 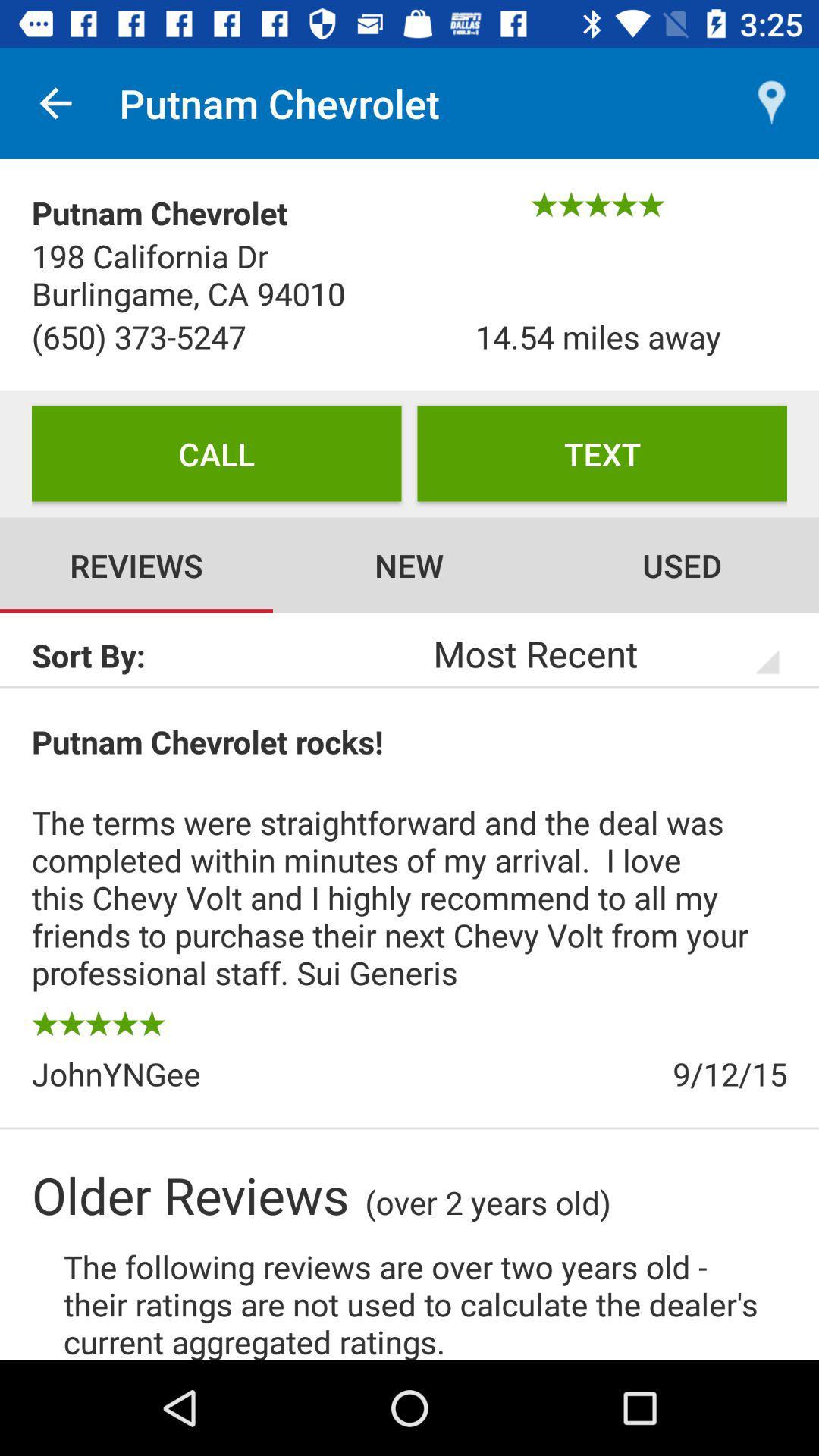 What do you see at coordinates (55, 102) in the screenshot?
I see `the item next to the putnam chevrolet icon` at bounding box center [55, 102].